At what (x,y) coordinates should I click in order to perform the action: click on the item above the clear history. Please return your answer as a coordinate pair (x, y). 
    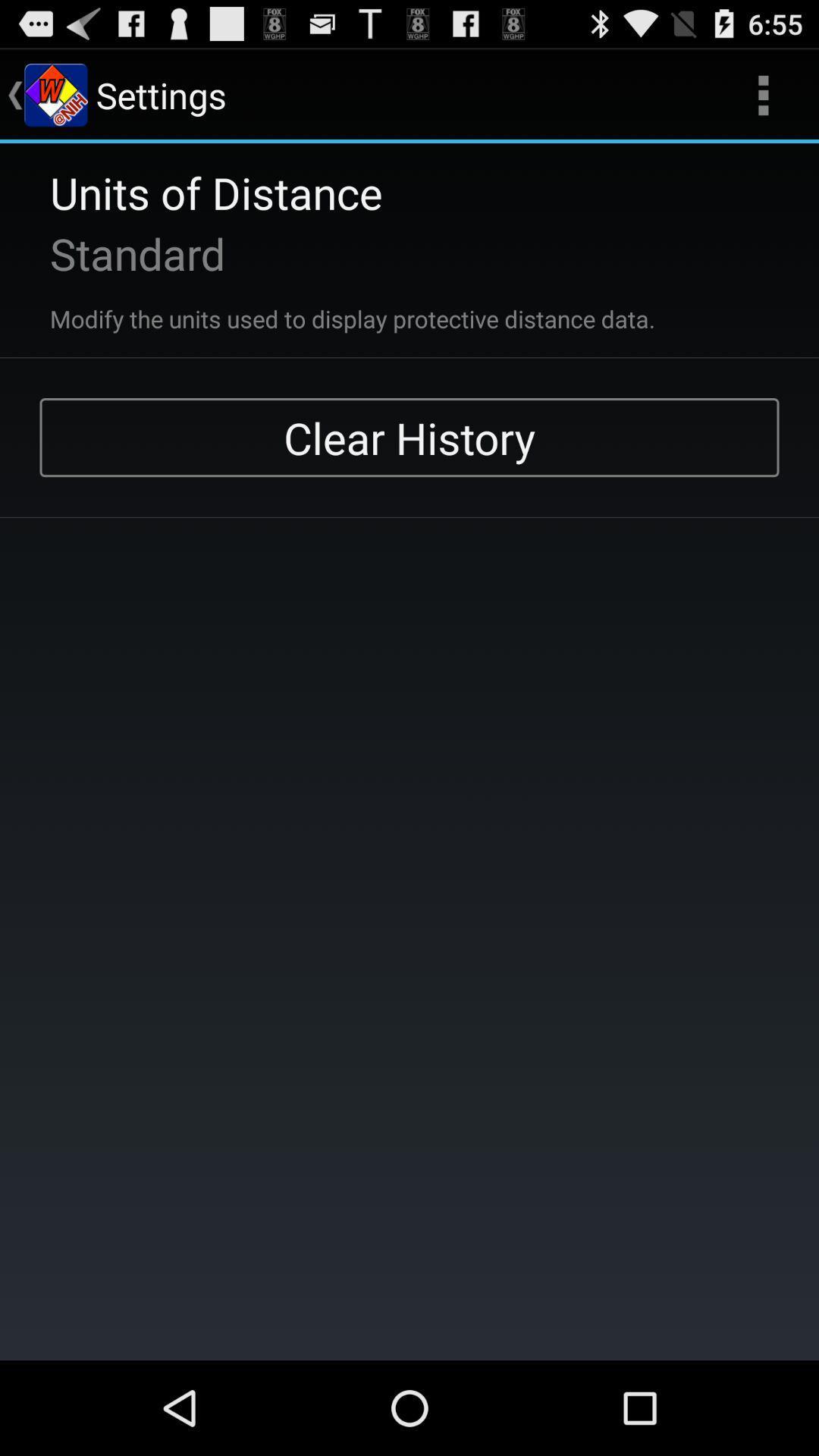
    Looking at the image, I should click on (763, 94).